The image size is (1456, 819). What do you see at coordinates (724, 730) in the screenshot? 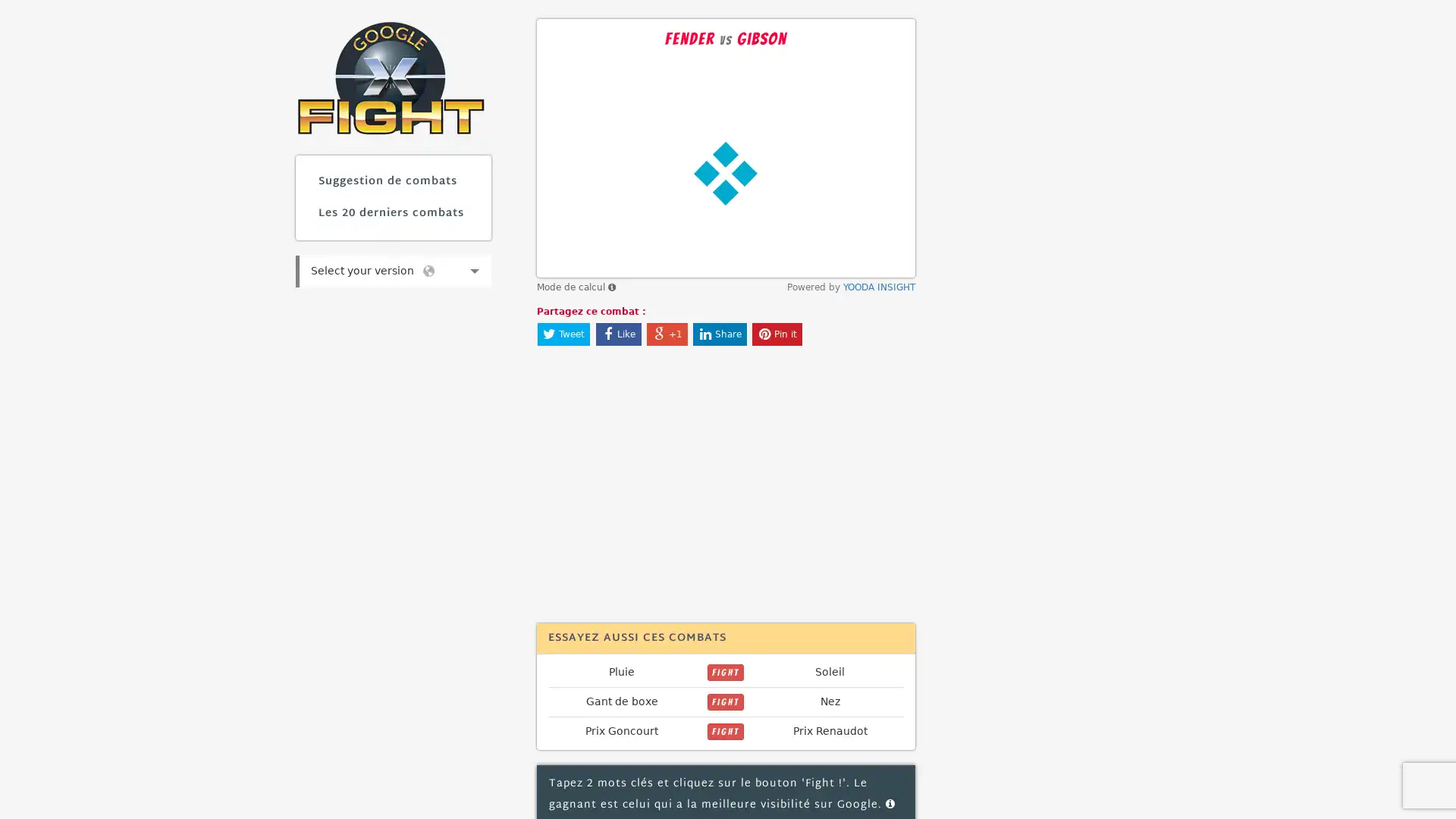
I see `FIGHT` at bounding box center [724, 730].